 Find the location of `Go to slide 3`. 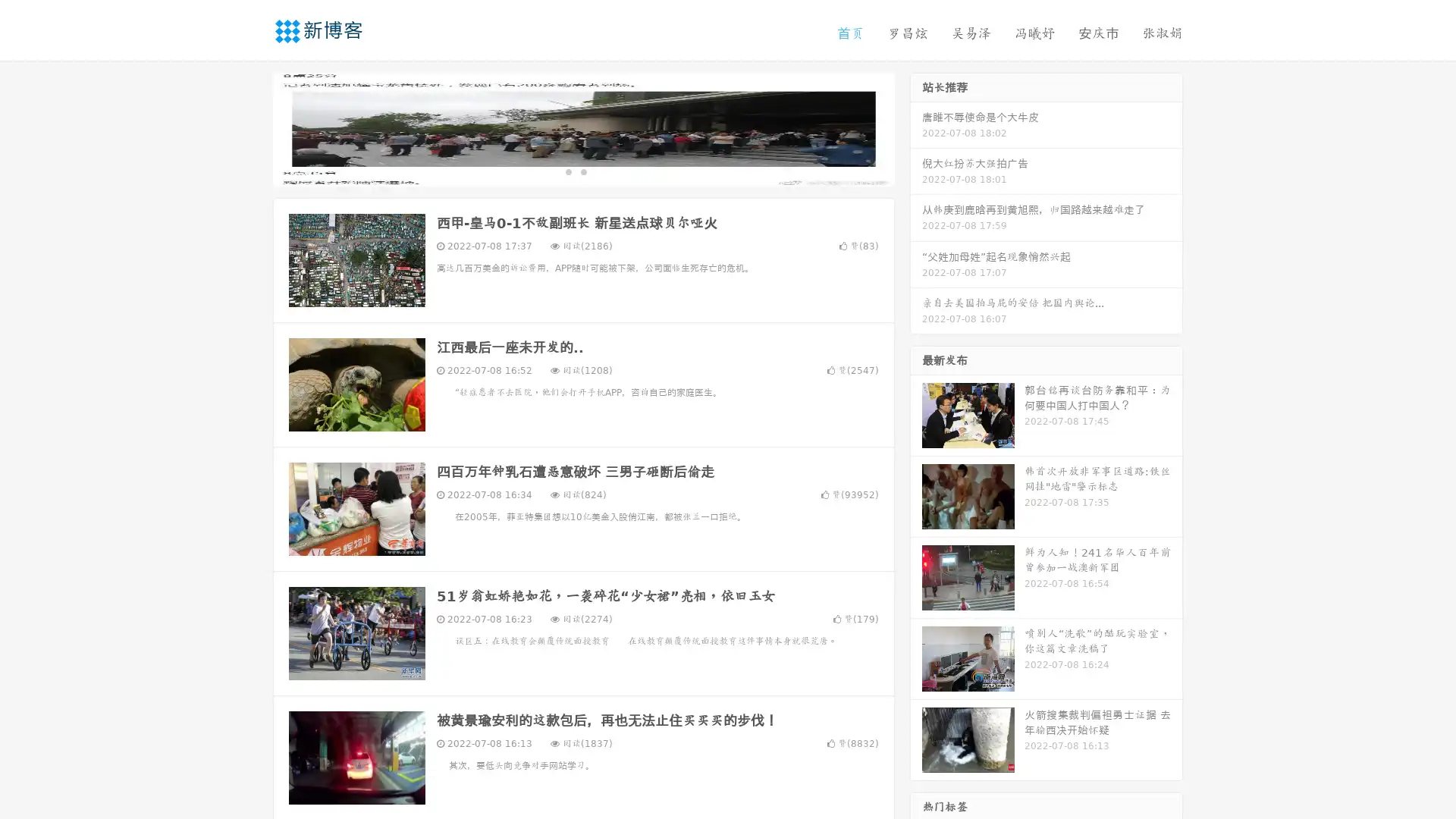

Go to slide 3 is located at coordinates (598, 171).